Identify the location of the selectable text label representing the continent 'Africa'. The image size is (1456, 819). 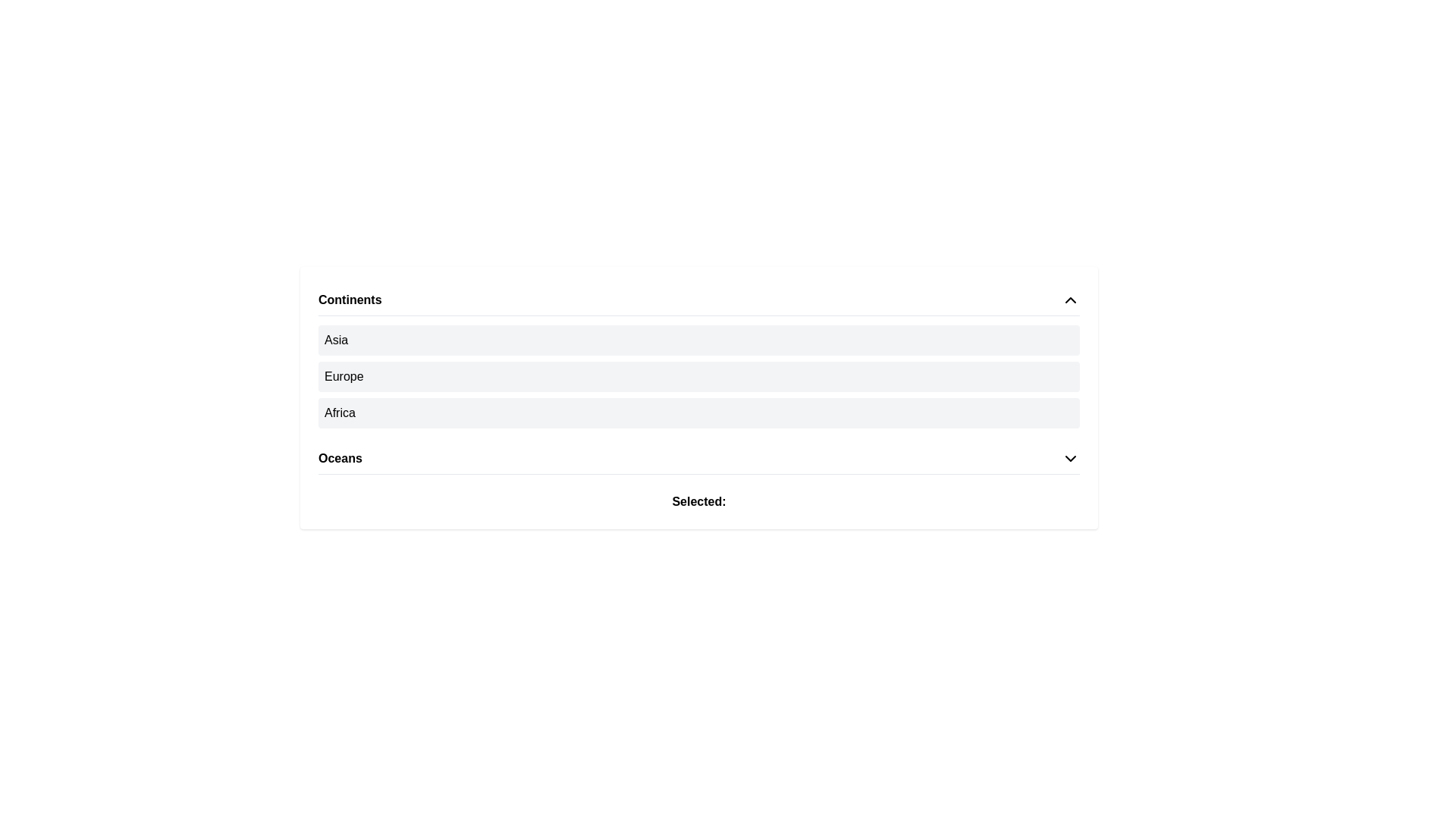
(338, 413).